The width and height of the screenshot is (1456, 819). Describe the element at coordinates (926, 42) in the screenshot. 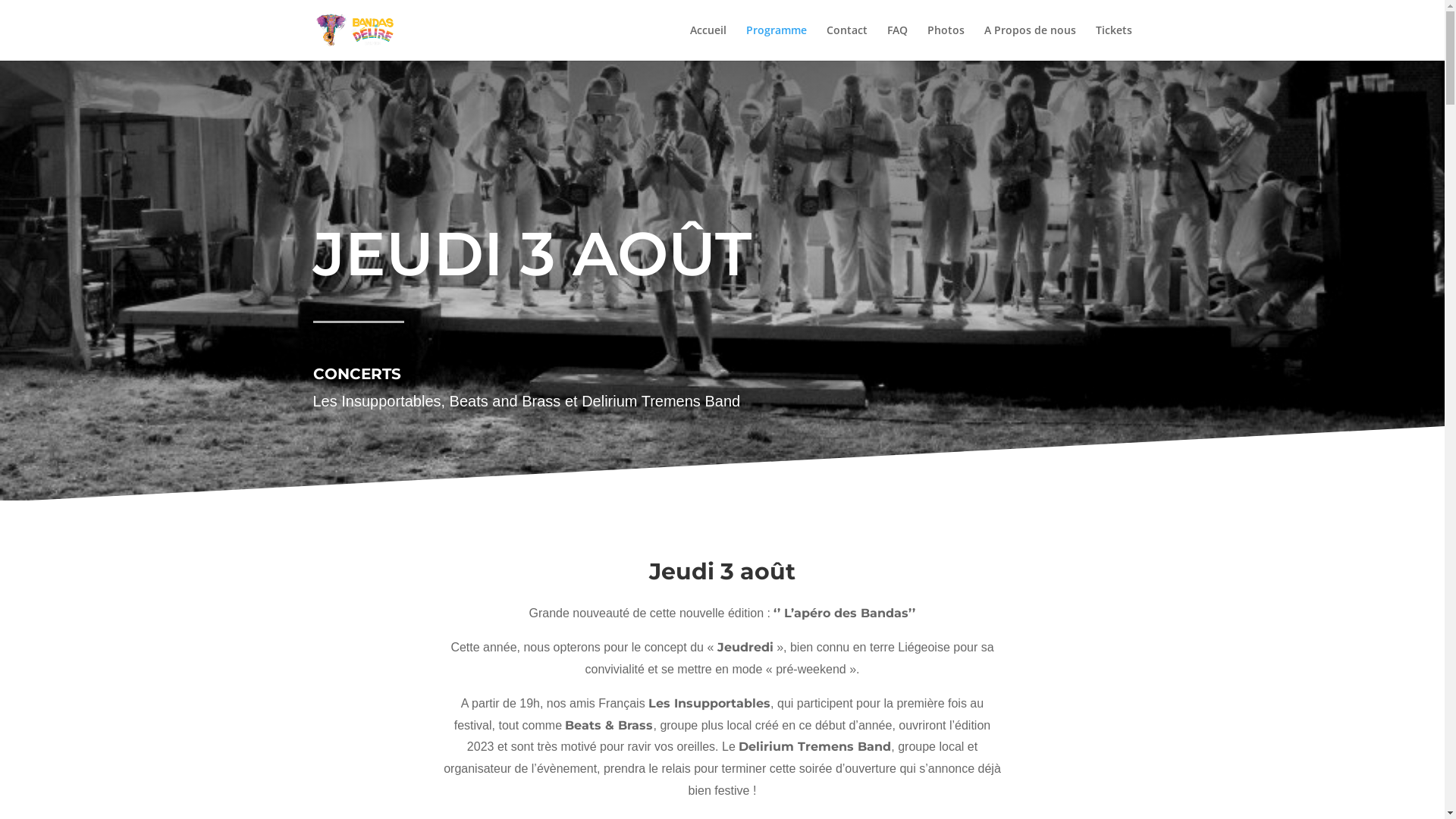

I see `'Photos'` at that location.